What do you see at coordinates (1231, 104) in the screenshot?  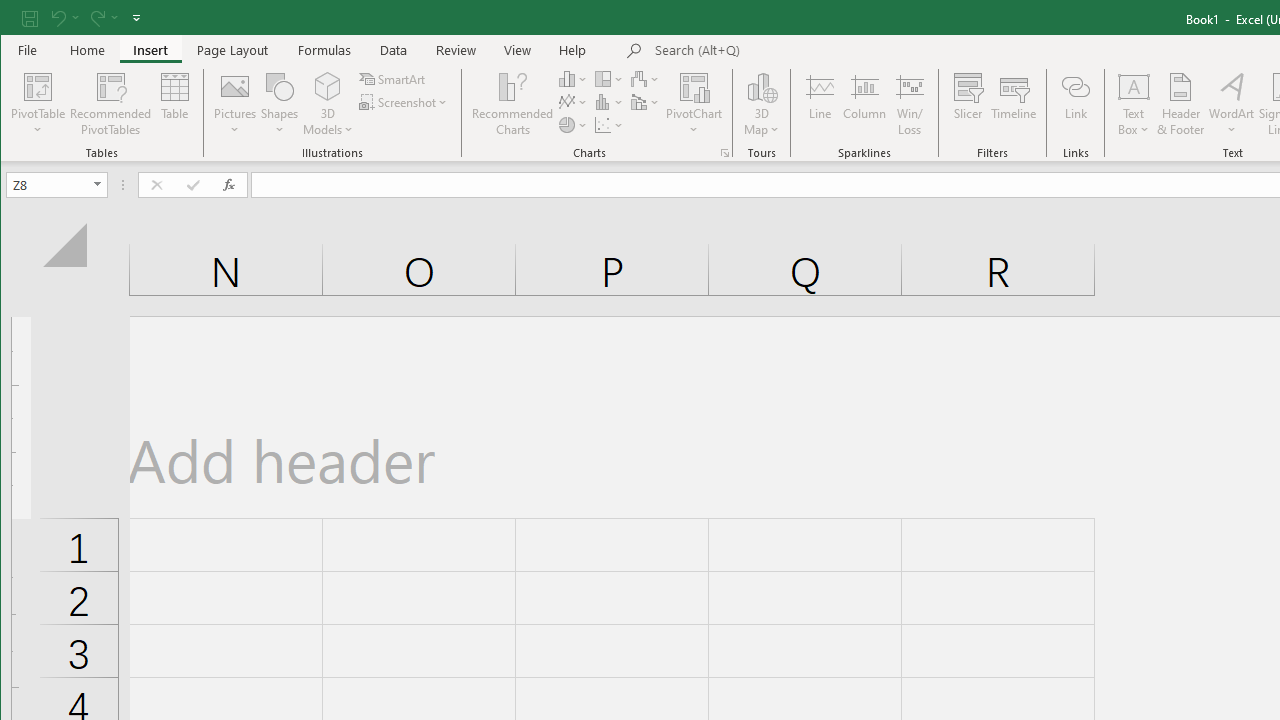 I see `'WordArt'` at bounding box center [1231, 104].